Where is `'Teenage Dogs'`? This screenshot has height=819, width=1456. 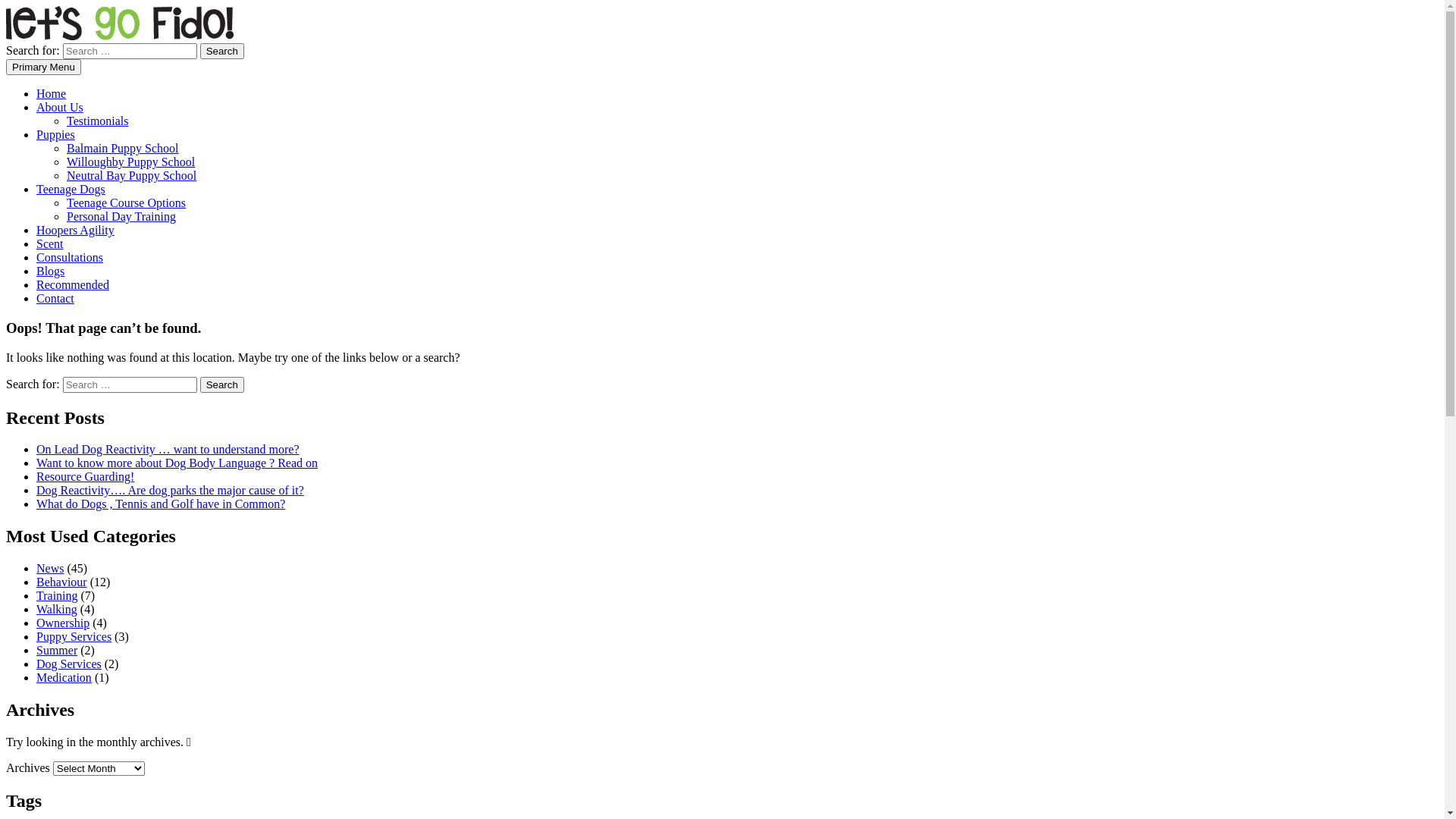 'Teenage Dogs' is located at coordinates (70, 188).